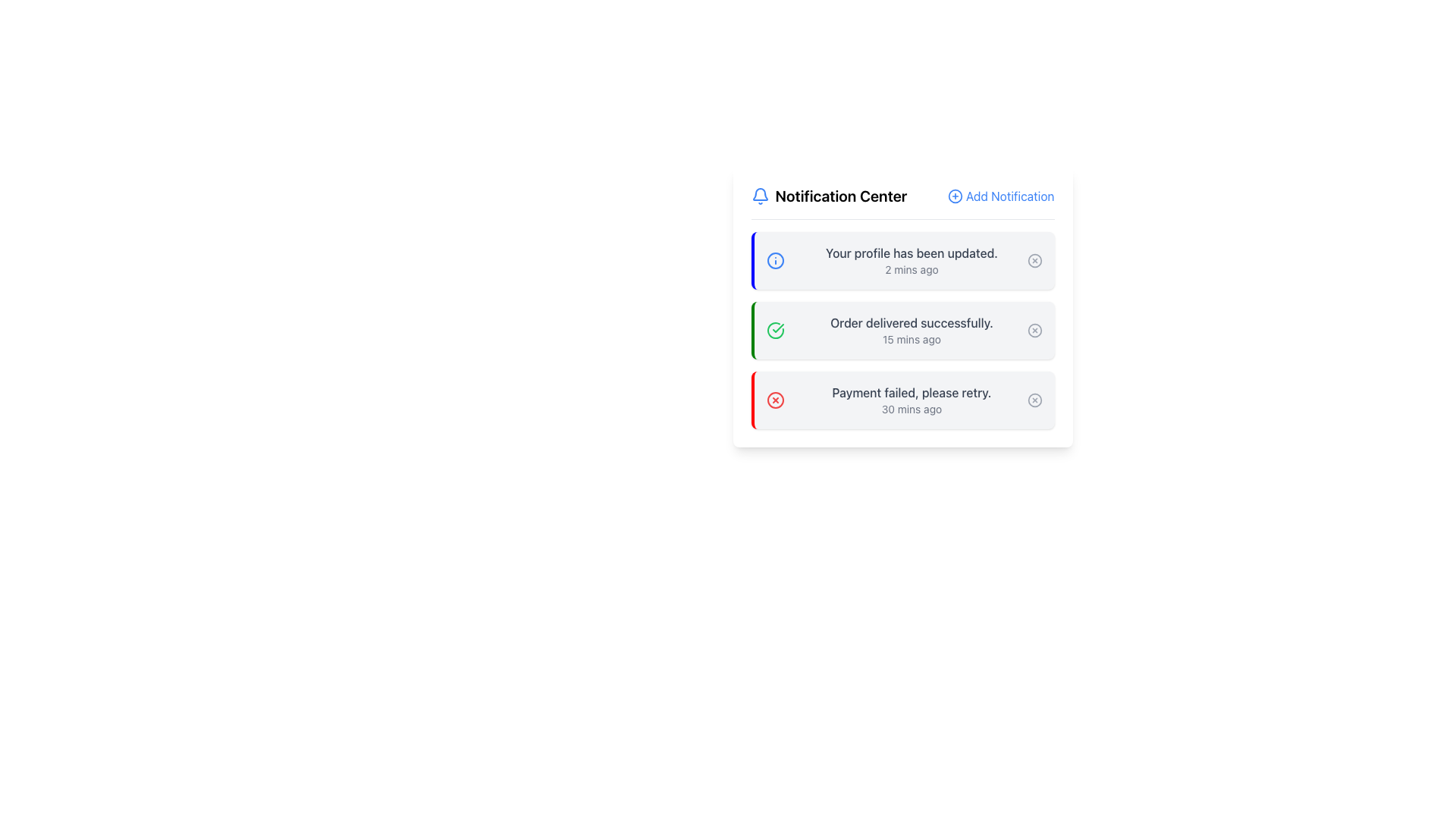  I want to click on the text label displaying 'Payment failed, please retry.' located in the bottom notification box above the timestamp '30 mins ago', so click(911, 391).